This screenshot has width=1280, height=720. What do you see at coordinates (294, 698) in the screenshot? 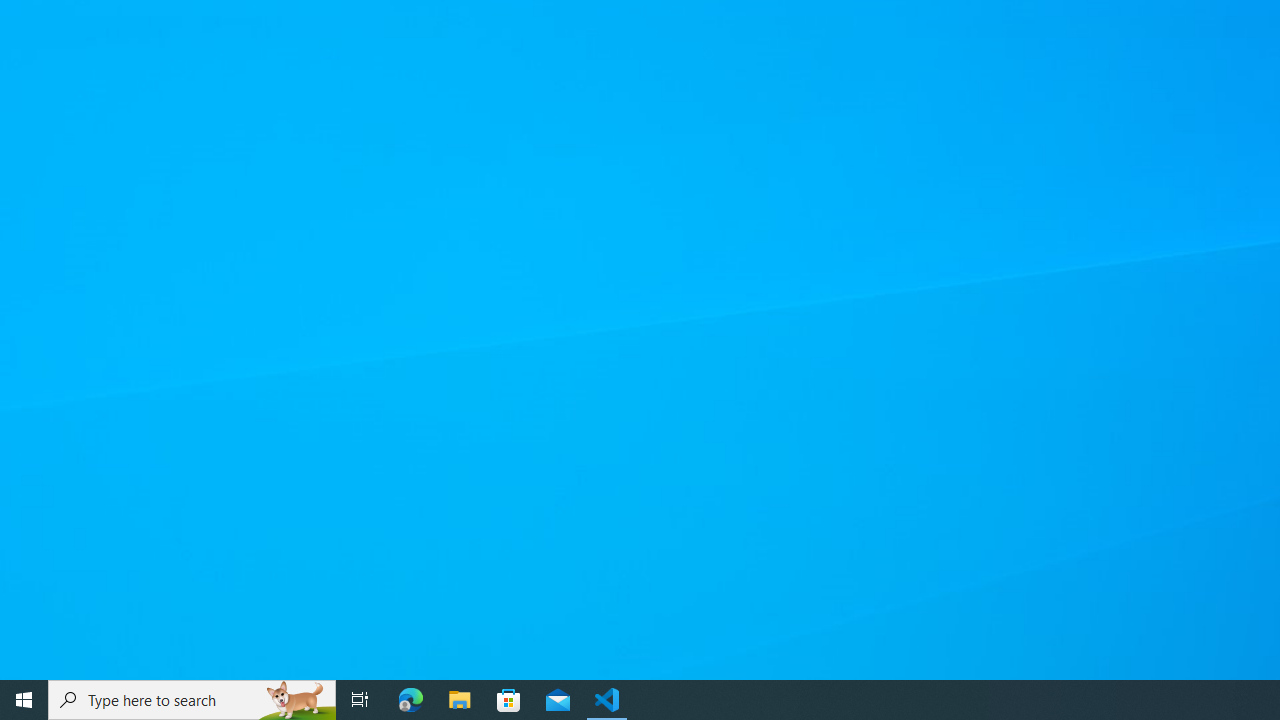
I see `'Search highlights icon opens search home window'` at bounding box center [294, 698].